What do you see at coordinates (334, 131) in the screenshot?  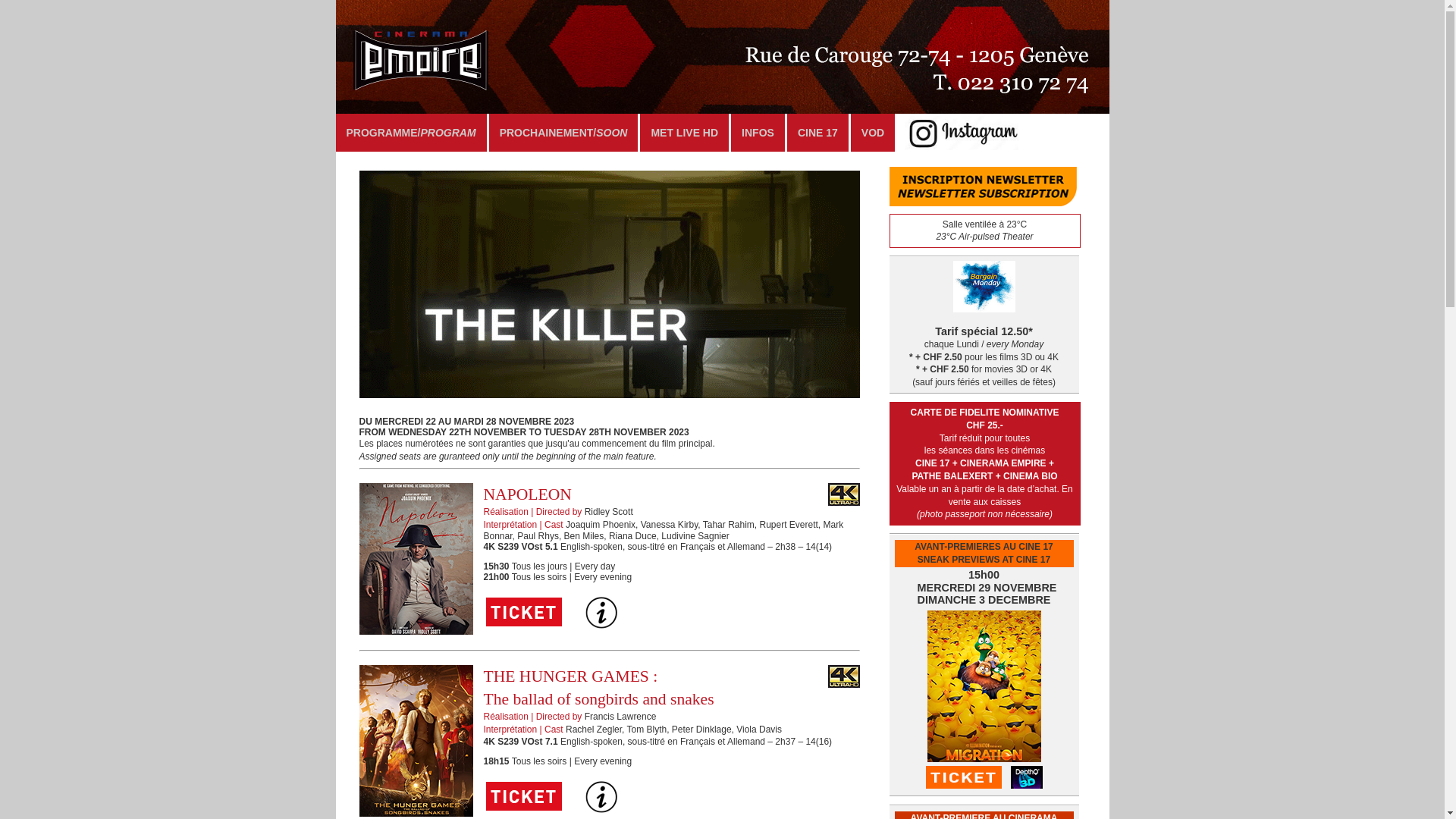 I see `'PROGRAMME/PROGRAM'` at bounding box center [334, 131].